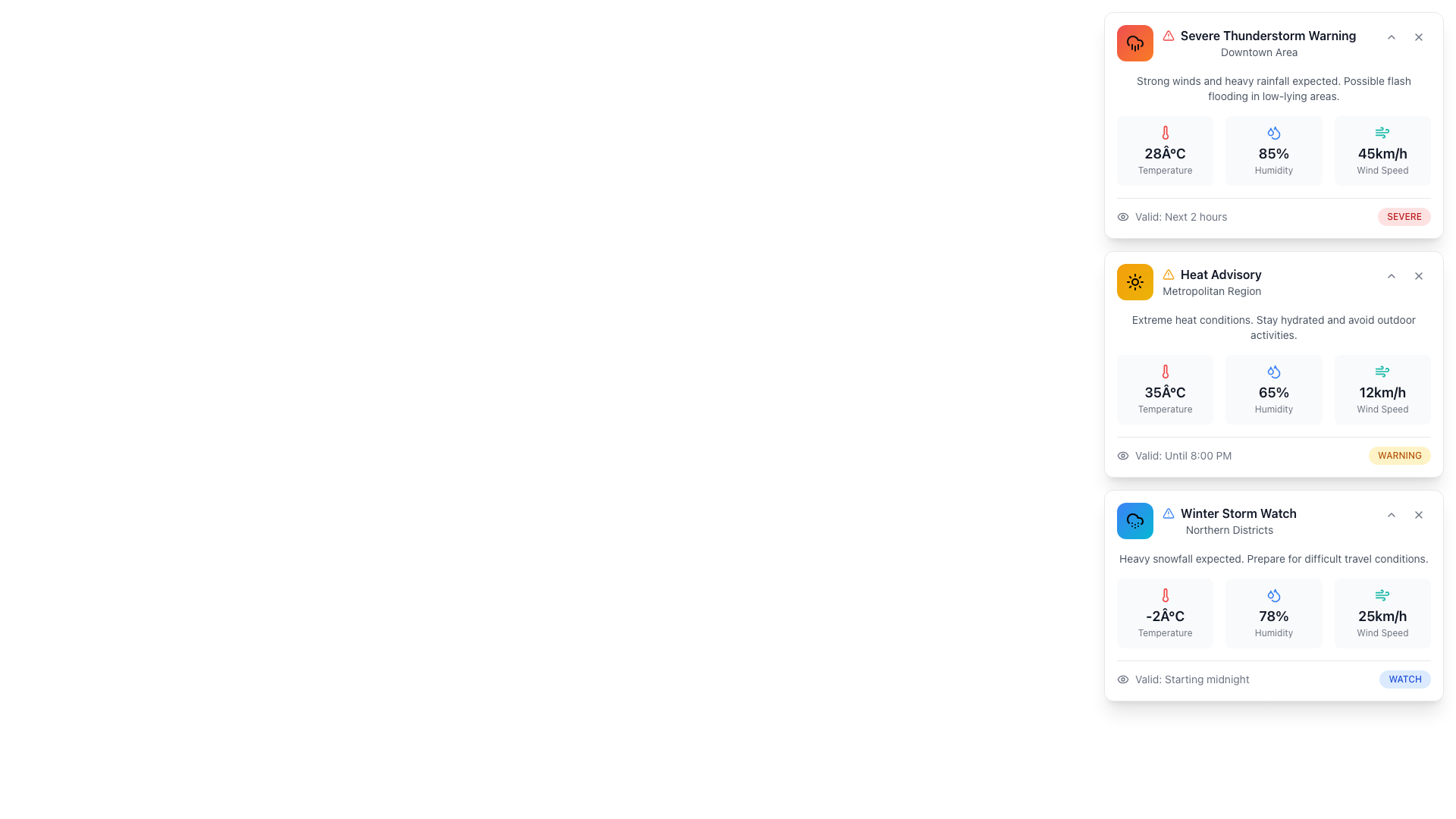 The width and height of the screenshot is (1456, 819). I want to click on the weather icon indicating 'Severe Thunderstorm Warning', which is located in the top left area of the first weather warning card and is centered inside a rounded square with a red-to-orange gradient, so click(1135, 42).